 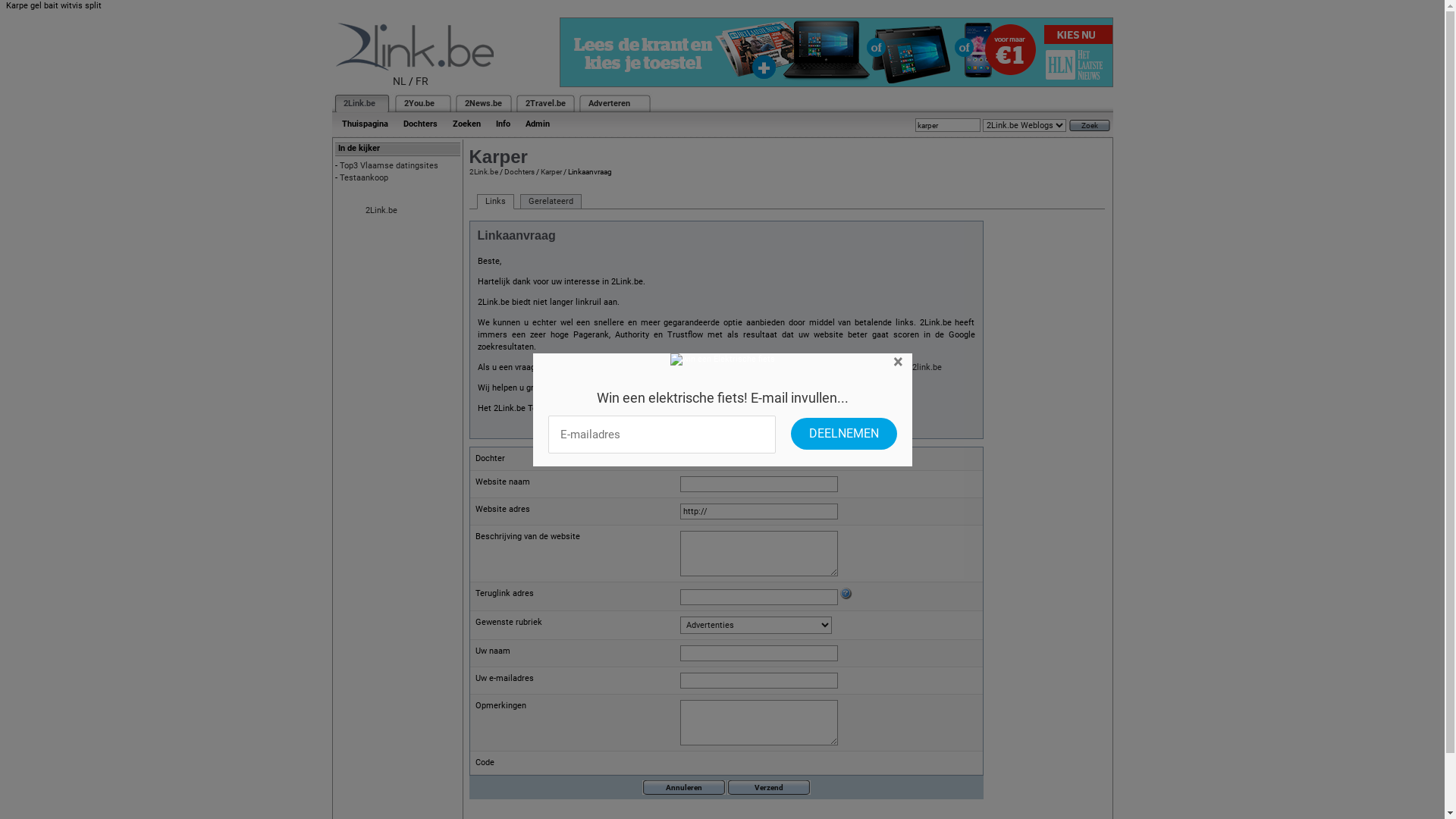 I want to click on 'Thuispagina', so click(x=364, y=123).